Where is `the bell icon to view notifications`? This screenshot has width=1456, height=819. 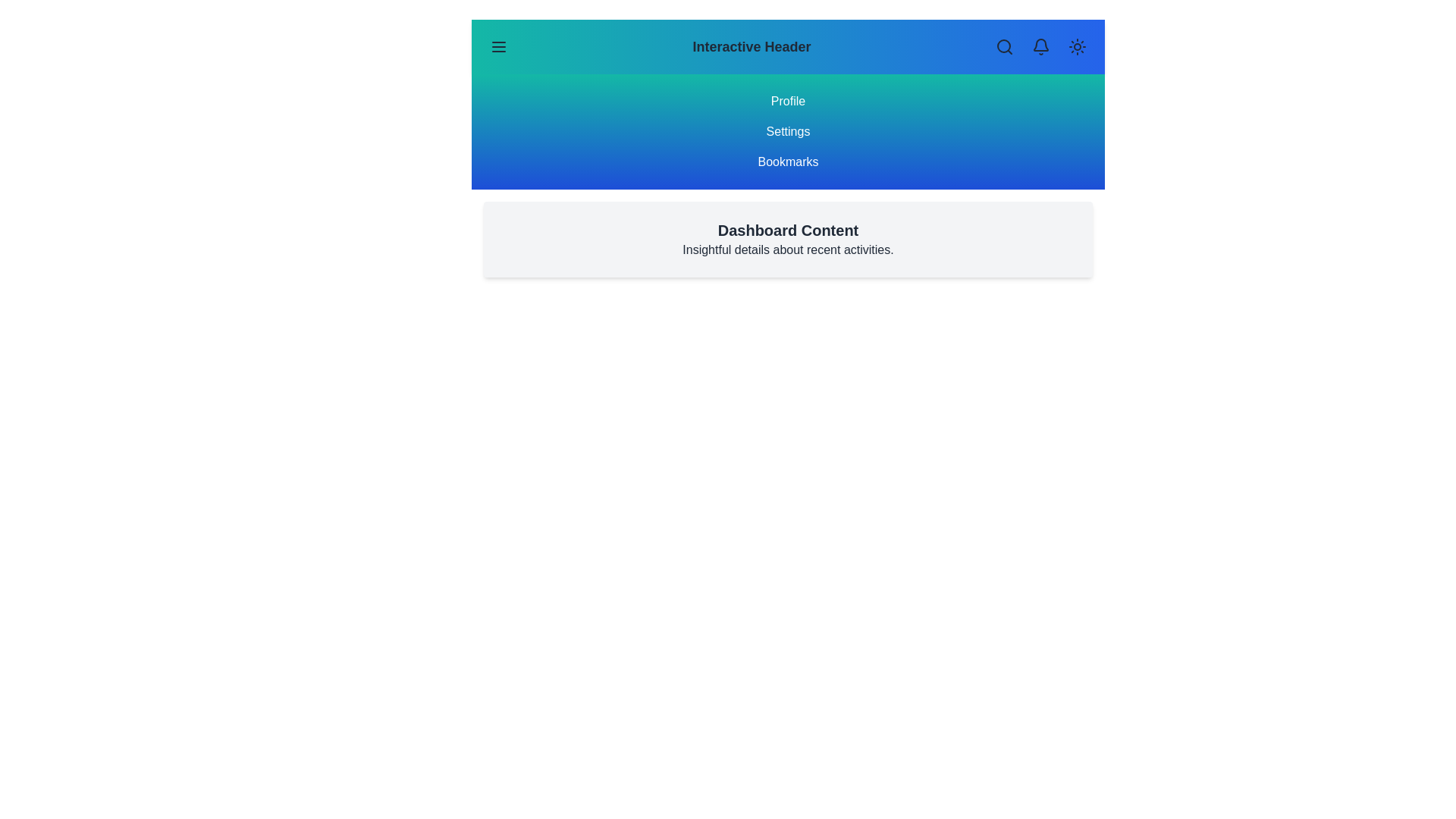 the bell icon to view notifications is located at coordinates (1040, 45).